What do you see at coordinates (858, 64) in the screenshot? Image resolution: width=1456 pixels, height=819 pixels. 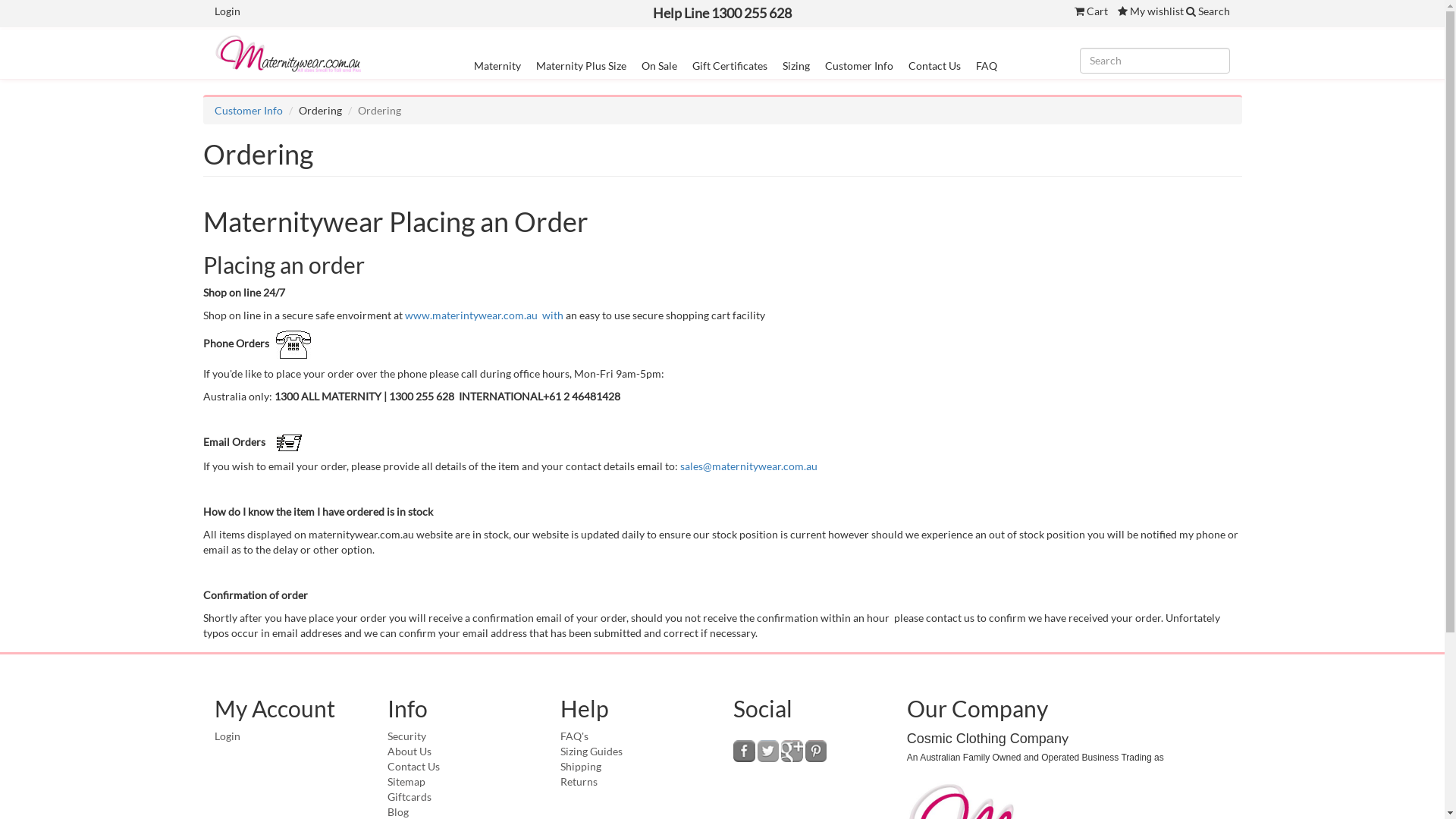 I see `'Customer Info'` at bounding box center [858, 64].